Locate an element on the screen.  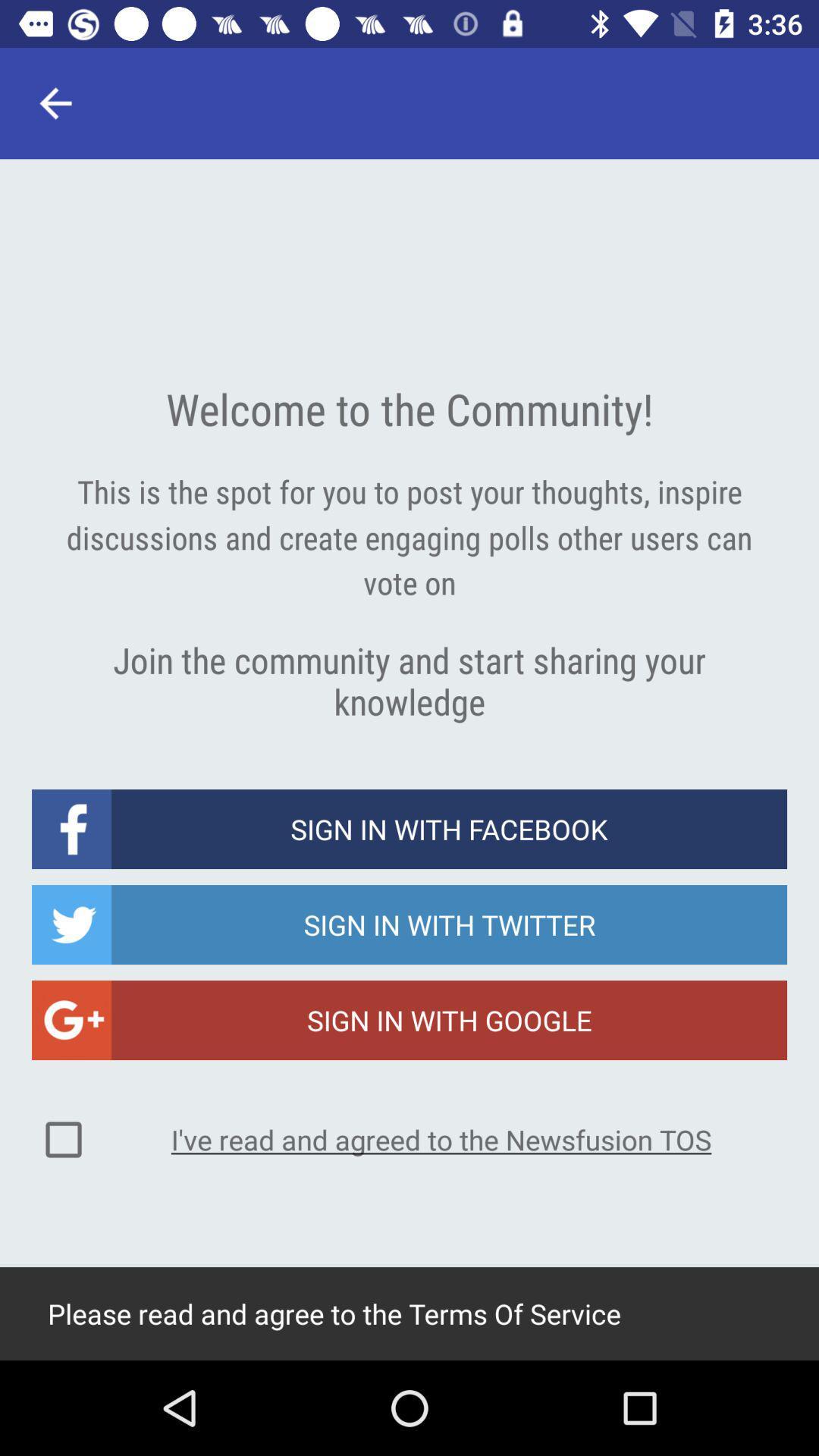
the i ve read icon is located at coordinates (441, 1139).